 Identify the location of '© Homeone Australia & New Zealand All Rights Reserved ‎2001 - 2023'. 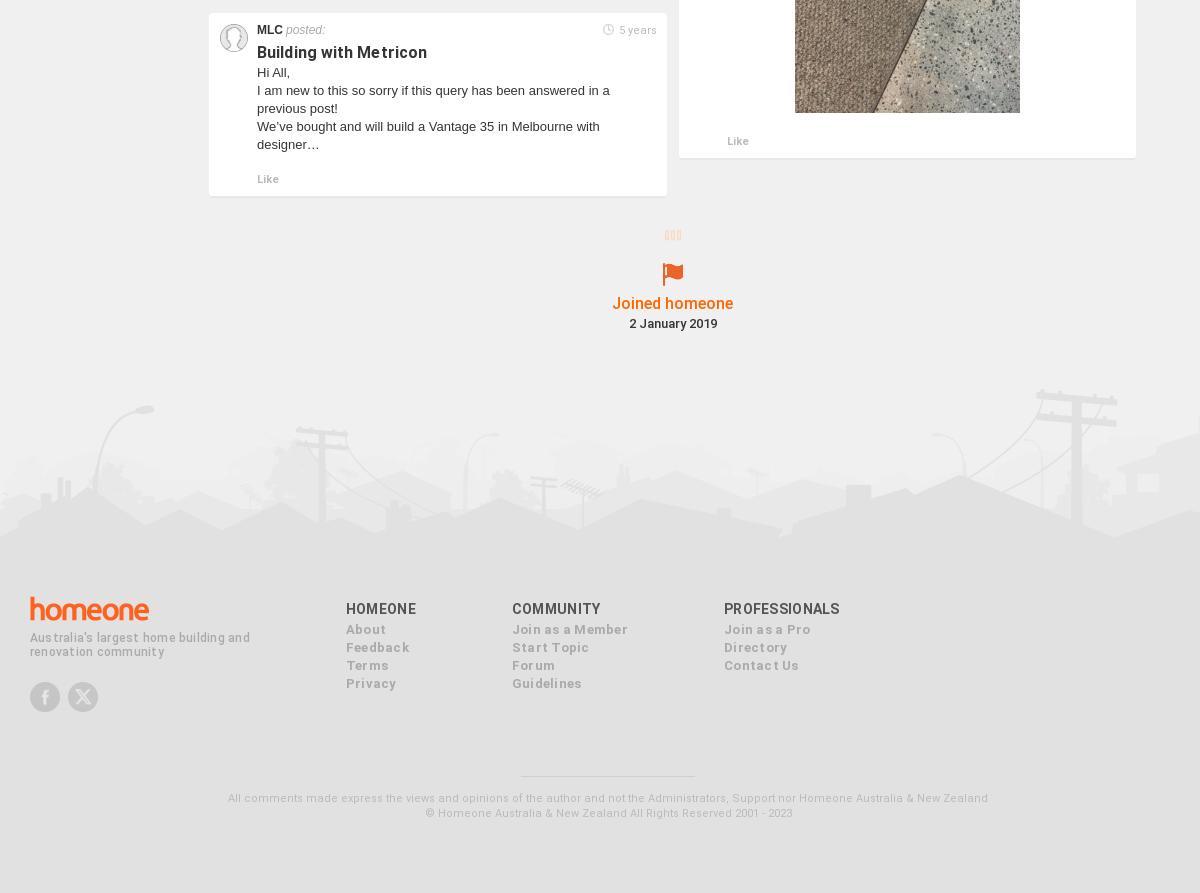
(607, 780).